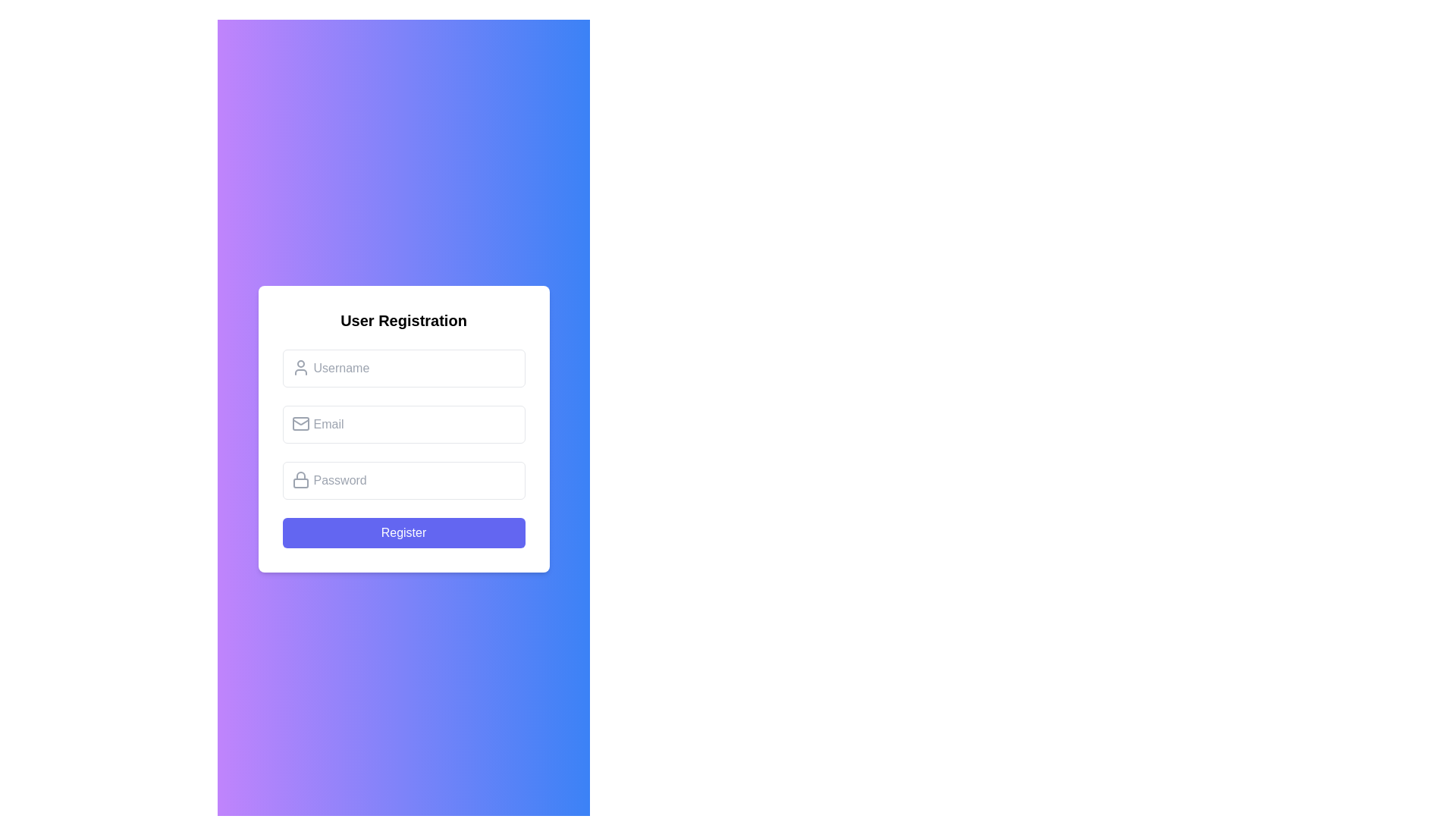  Describe the element at coordinates (300, 483) in the screenshot. I see `the rounded rectangular body of the lock icon, which is located below the shackle part of the icon` at that location.